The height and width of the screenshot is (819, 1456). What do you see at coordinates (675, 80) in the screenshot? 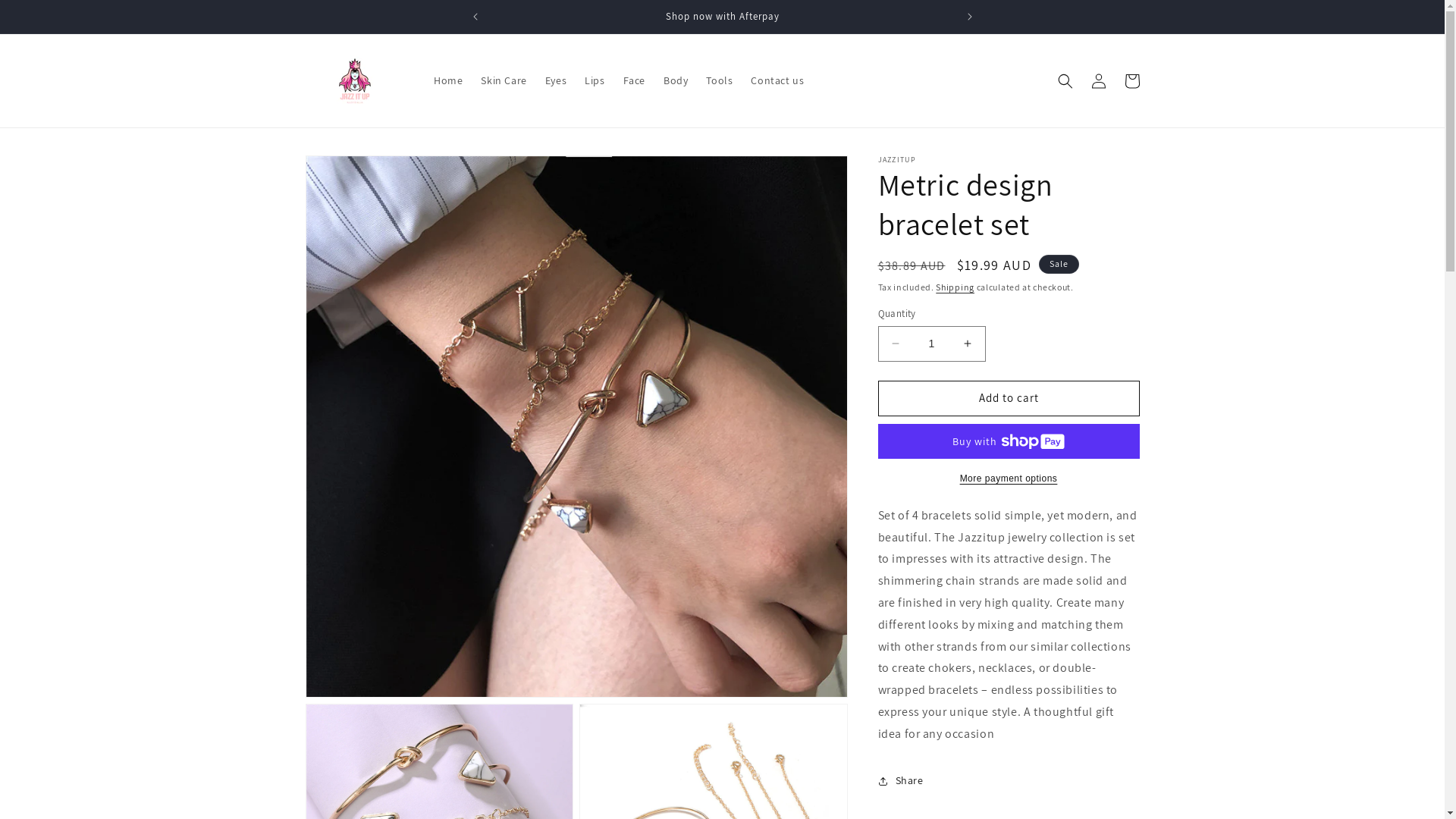
I see `'Body'` at bounding box center [675, 80].